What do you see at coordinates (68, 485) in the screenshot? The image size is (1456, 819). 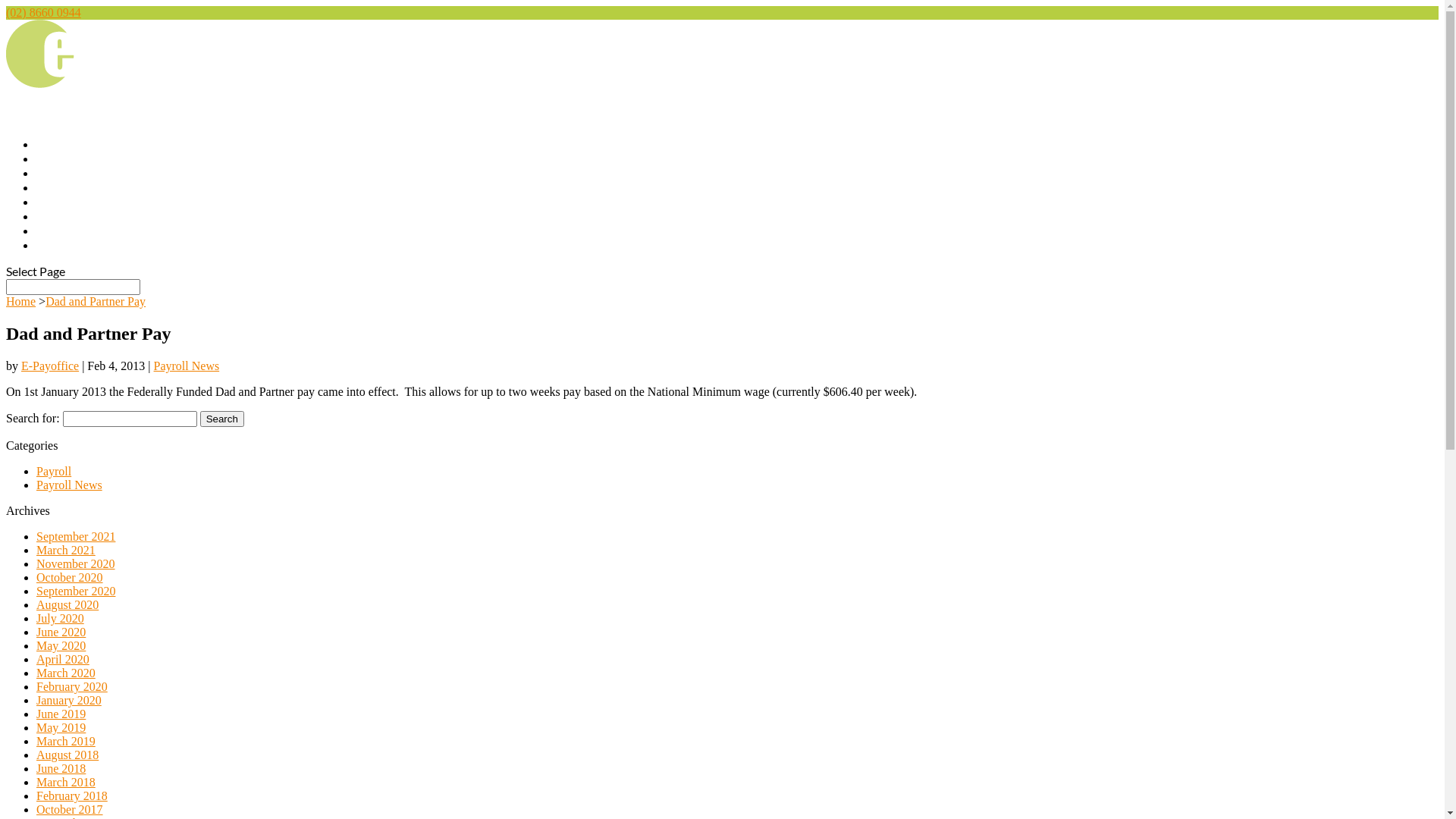 I see `'Payroll News'` at bounding box center [68, 485].